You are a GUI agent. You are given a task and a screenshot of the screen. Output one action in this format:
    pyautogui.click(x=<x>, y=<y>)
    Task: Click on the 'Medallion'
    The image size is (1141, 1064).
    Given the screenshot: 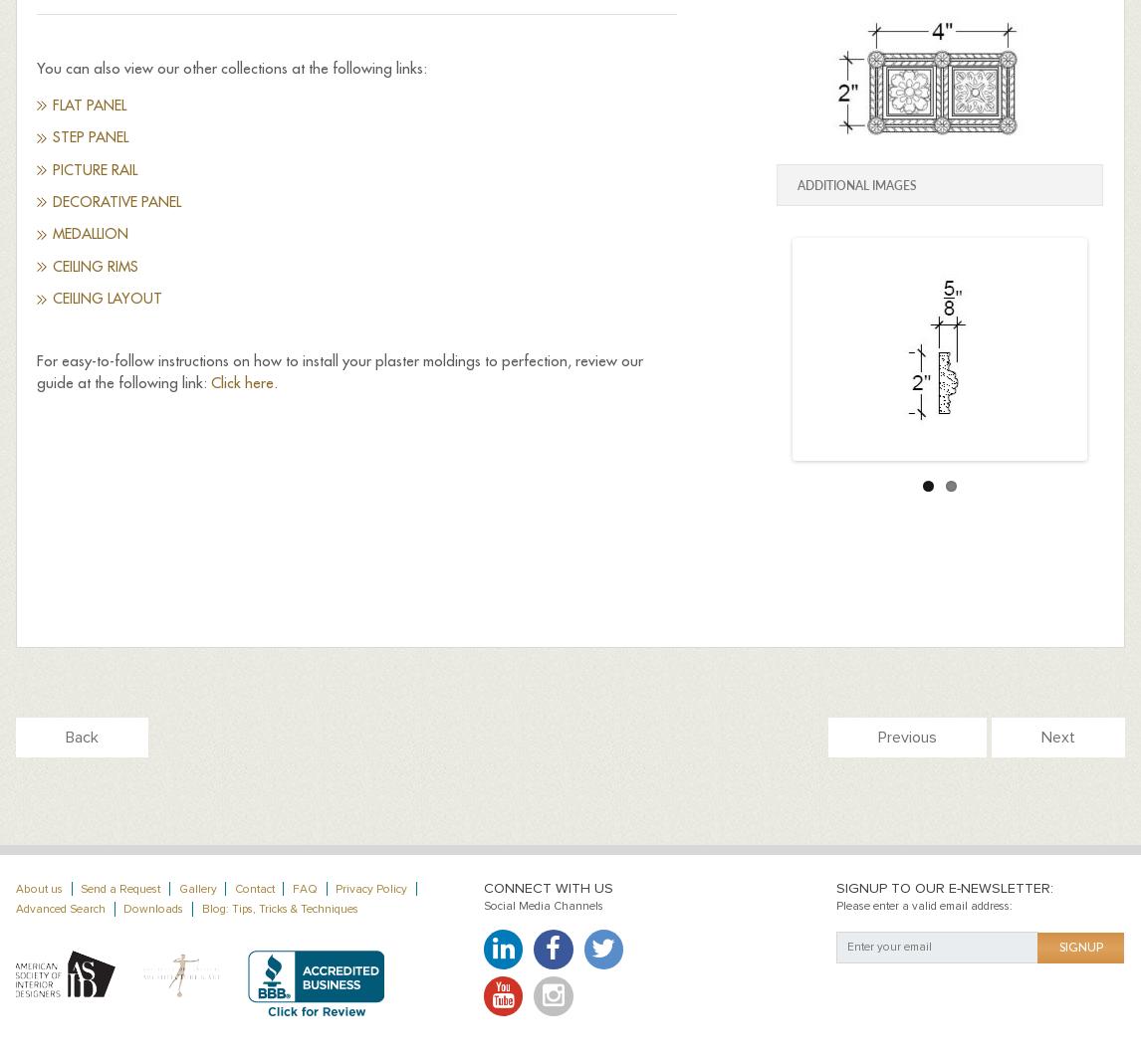 What is the action you would take?
    pyautogui.click(x=90, y=233)
    